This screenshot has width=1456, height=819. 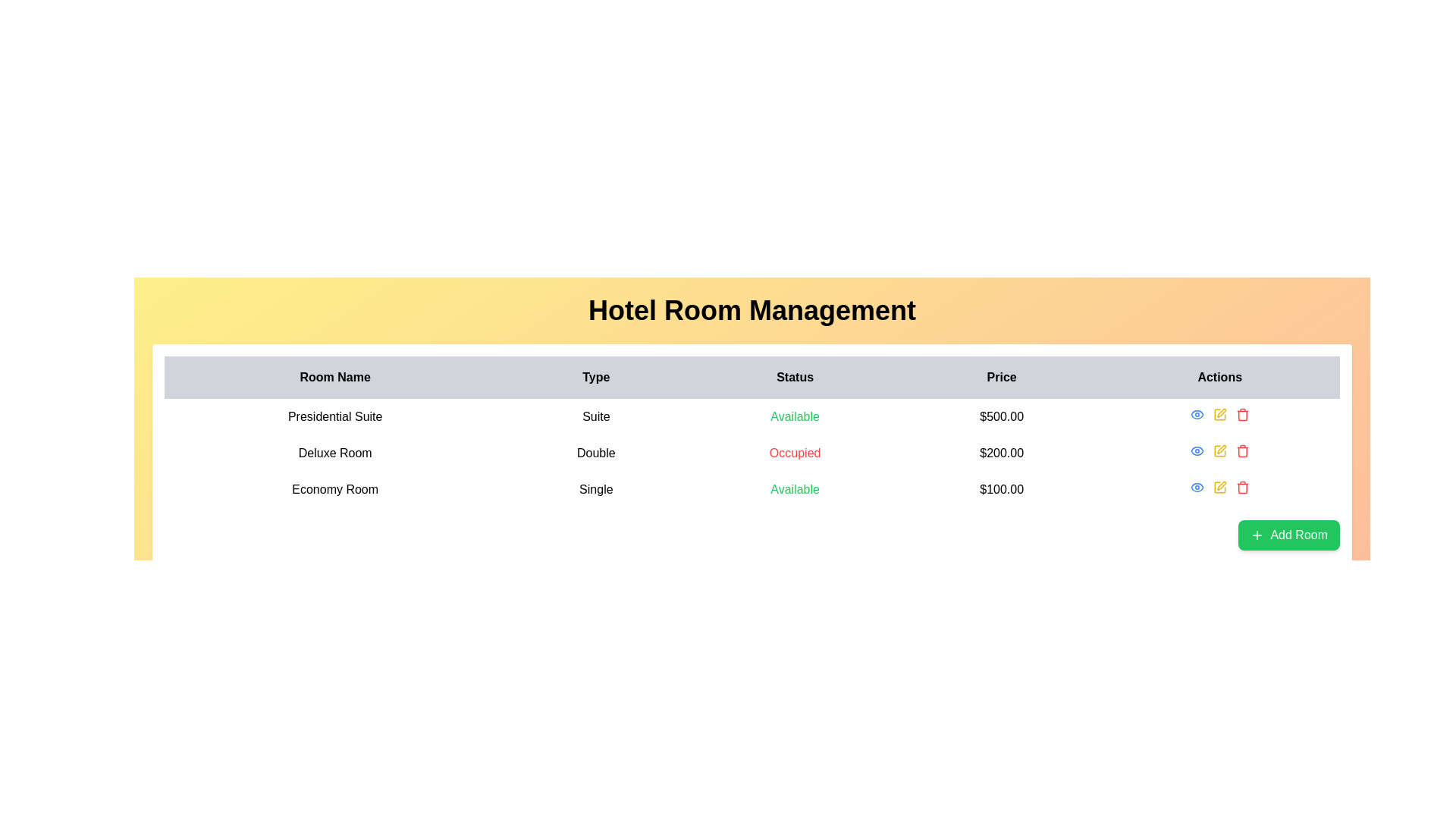 I want to click on the text label displaying 'Single', which is located in the 'Type' column under the 'Economy Room' row of the table, so click(x=595, y=489).